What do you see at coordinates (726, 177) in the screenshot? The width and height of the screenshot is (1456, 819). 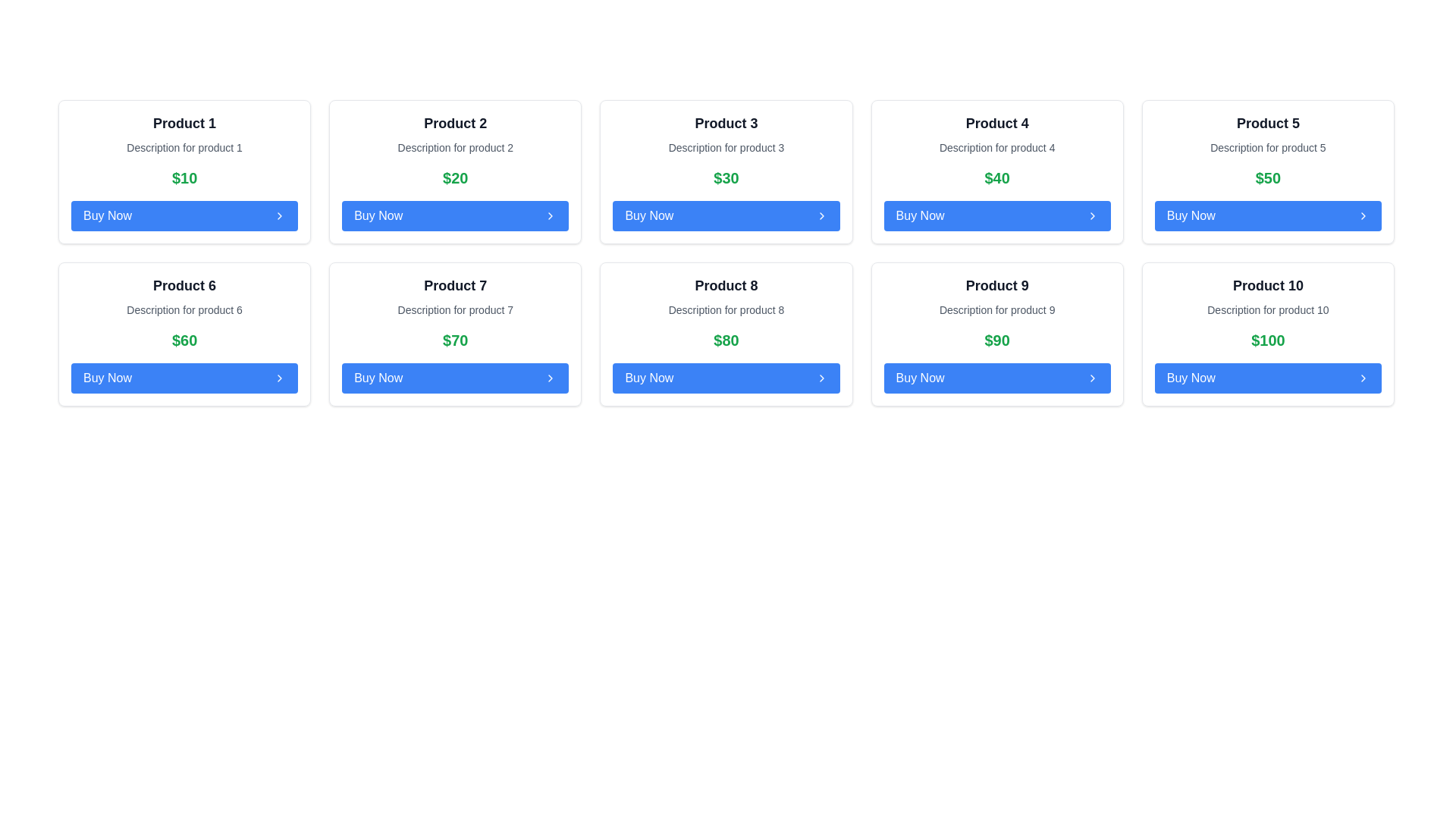 I see `the text label displaying '$30' in bold green font located below the product description of 'Product 3' and above the 'Buy Now' button` at bounding box center [726, 177].